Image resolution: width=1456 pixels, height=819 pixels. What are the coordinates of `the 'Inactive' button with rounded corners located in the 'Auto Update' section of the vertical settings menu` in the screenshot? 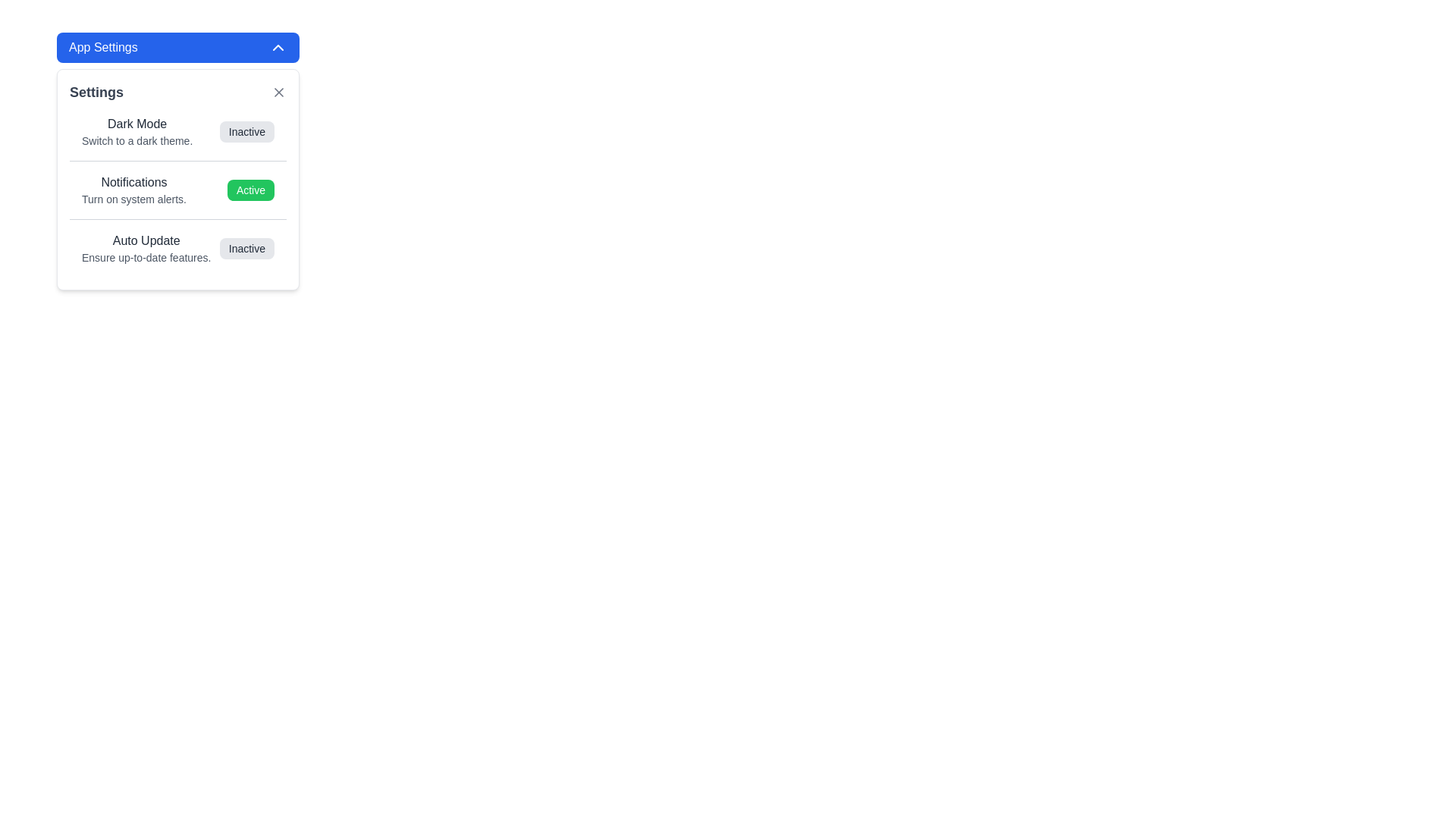 It's located at (246, 247).